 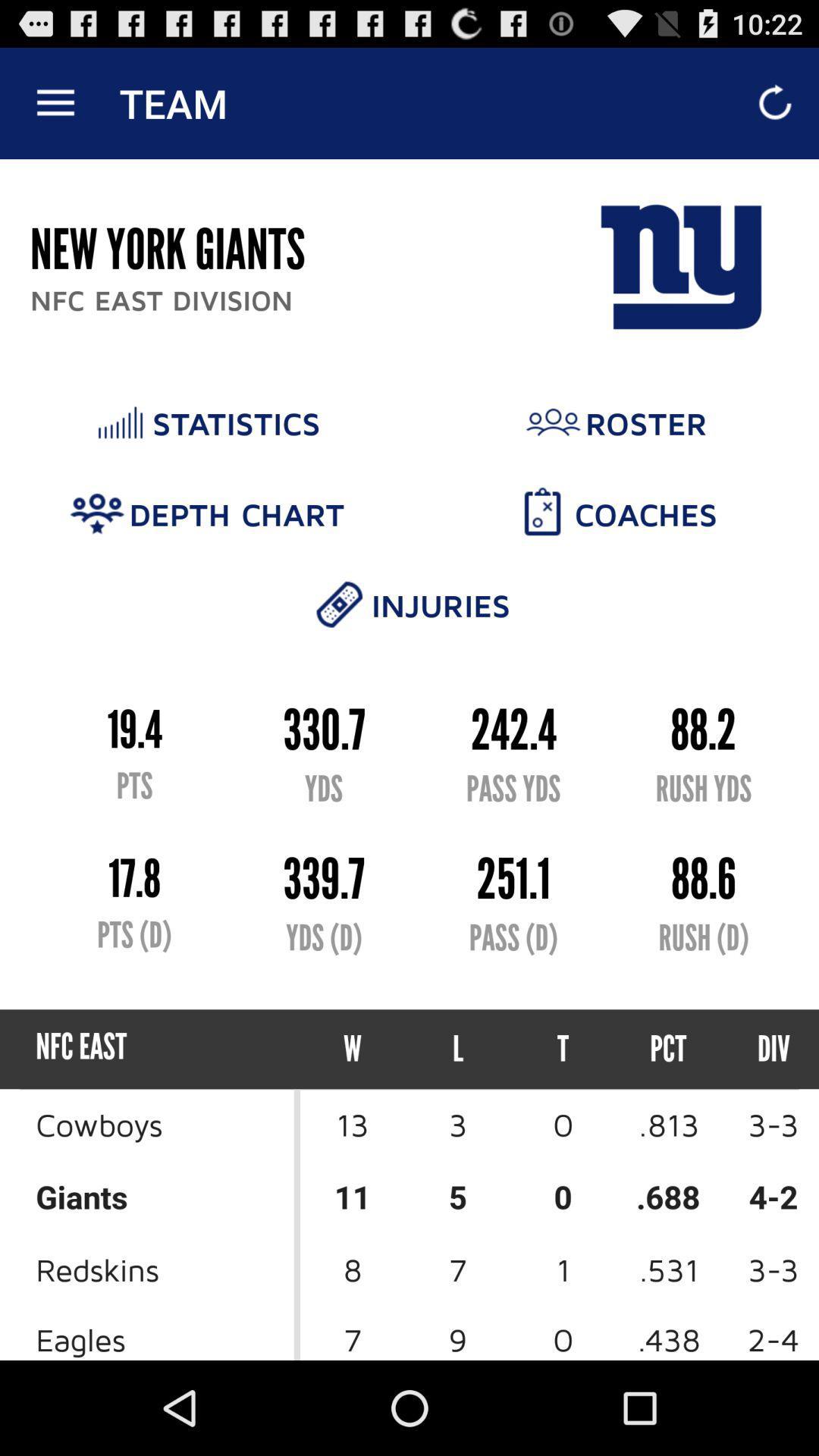 I want to click on item above 0, so click(x=667, y=1048).